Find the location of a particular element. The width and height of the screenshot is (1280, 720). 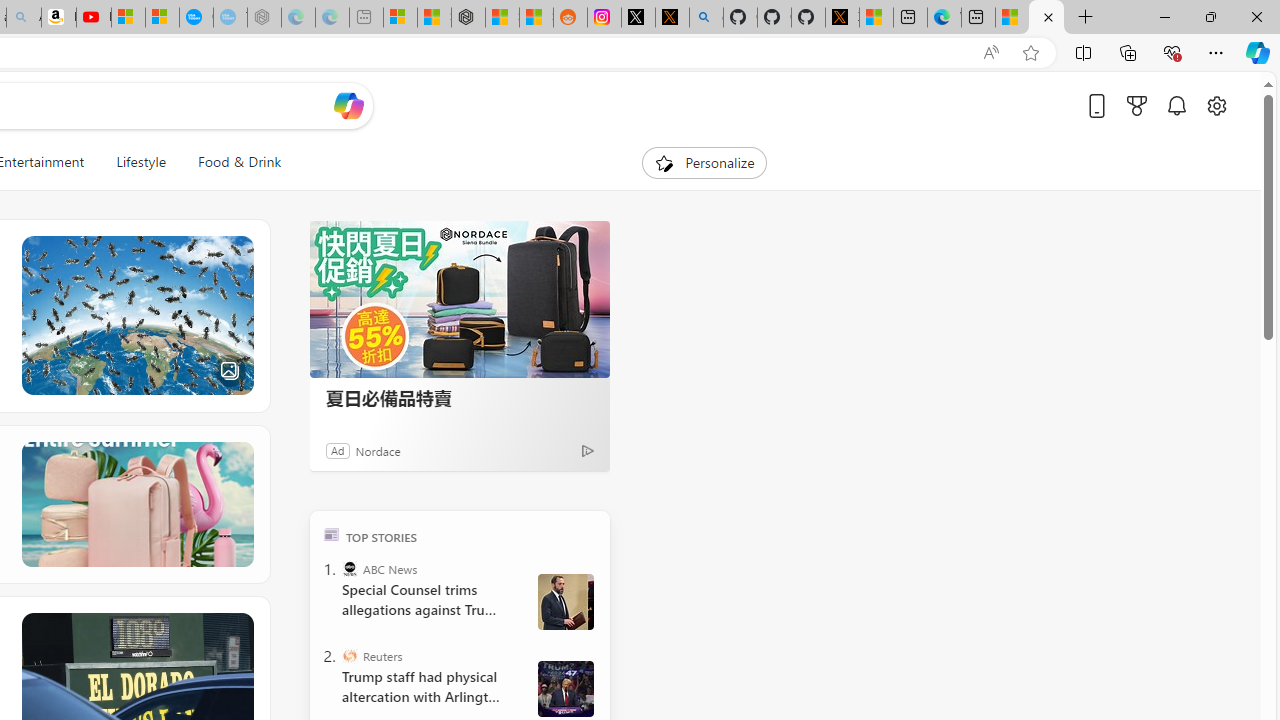

'TOP' is located at coordinates (332, 533).